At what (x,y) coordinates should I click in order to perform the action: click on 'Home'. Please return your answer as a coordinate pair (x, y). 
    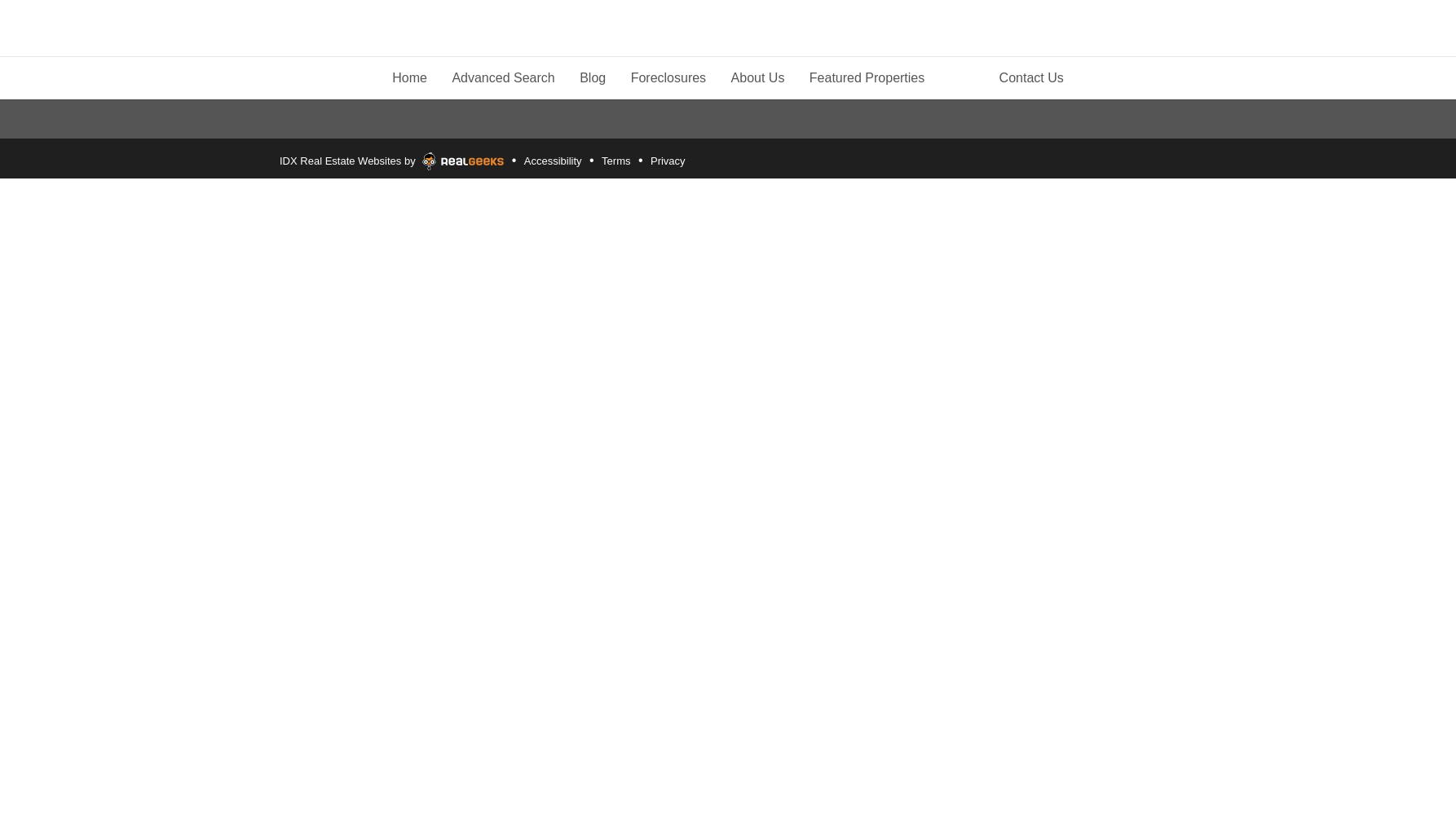
    Looking at the image, I should click on (408, 76).